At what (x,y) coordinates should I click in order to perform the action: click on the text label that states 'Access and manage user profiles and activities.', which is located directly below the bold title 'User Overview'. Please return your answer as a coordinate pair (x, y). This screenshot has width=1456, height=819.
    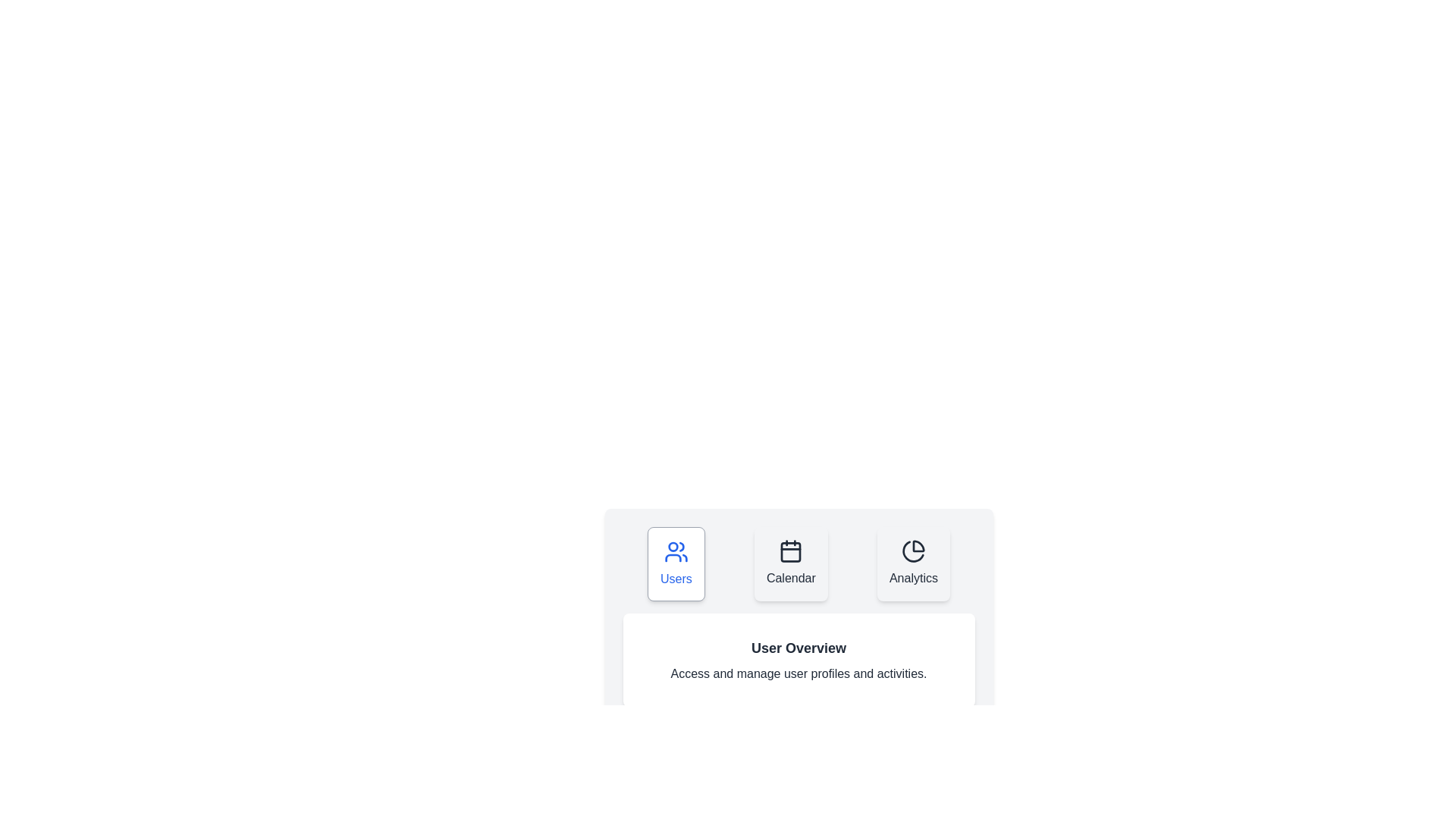
    Looking at the image, I should click on (798, 673).